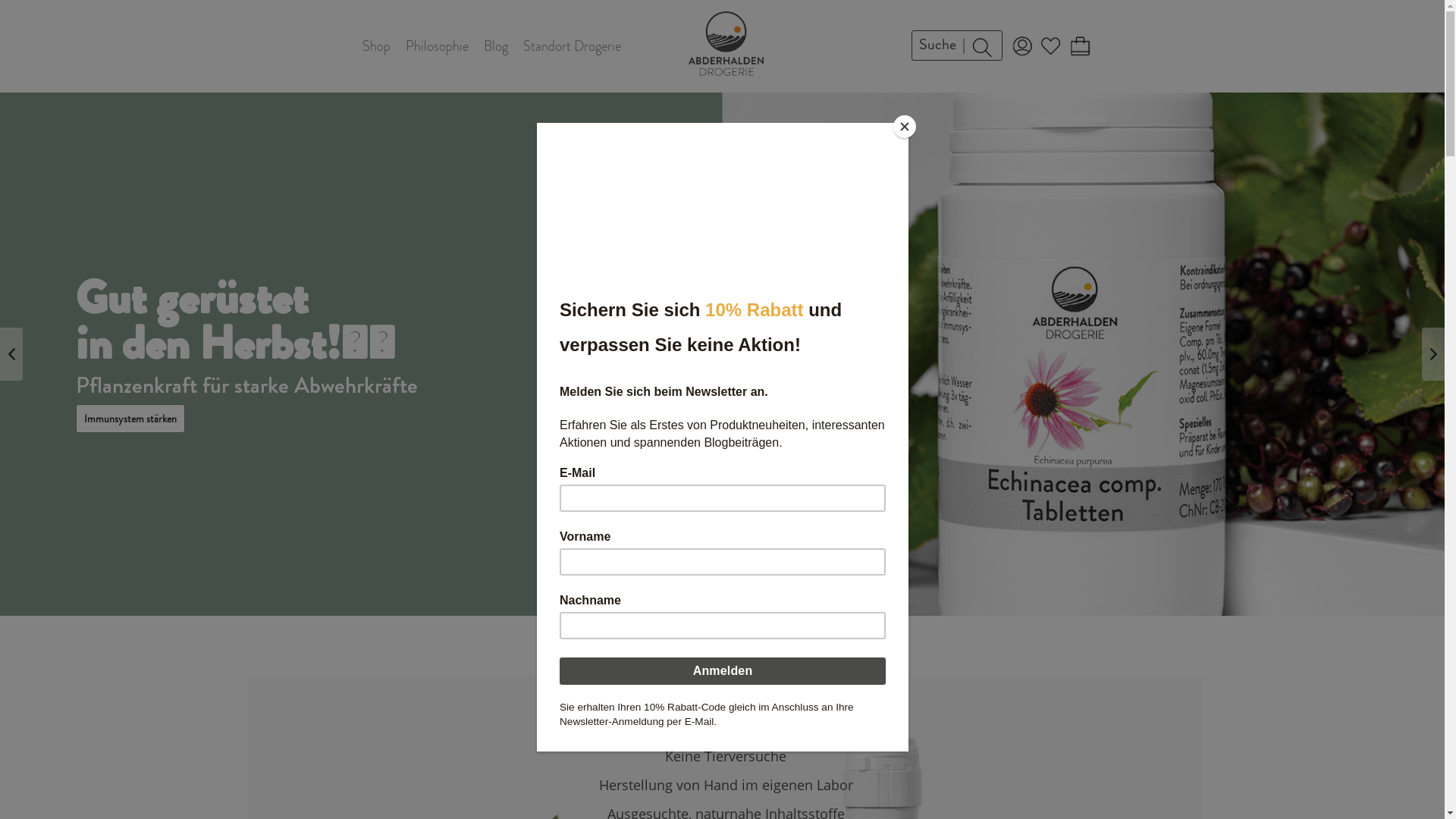  What do you see at coordinates (1050, 45) in the screenshot?
I see `'Merkzettel'` at bounding box center [1050, 45].